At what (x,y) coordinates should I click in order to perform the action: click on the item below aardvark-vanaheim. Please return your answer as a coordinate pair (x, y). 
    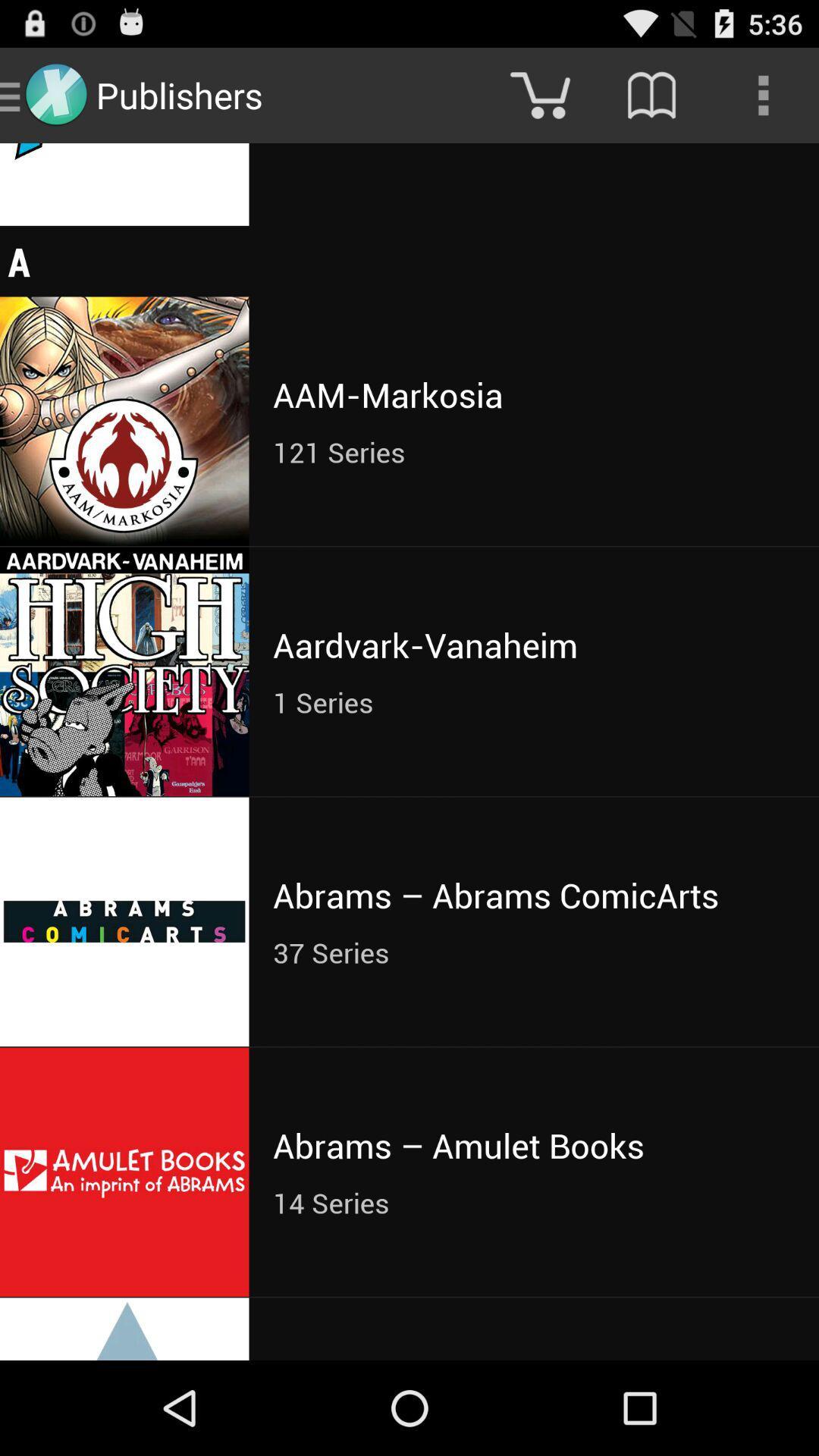
    Looking at the image, I should click on (533, 701).